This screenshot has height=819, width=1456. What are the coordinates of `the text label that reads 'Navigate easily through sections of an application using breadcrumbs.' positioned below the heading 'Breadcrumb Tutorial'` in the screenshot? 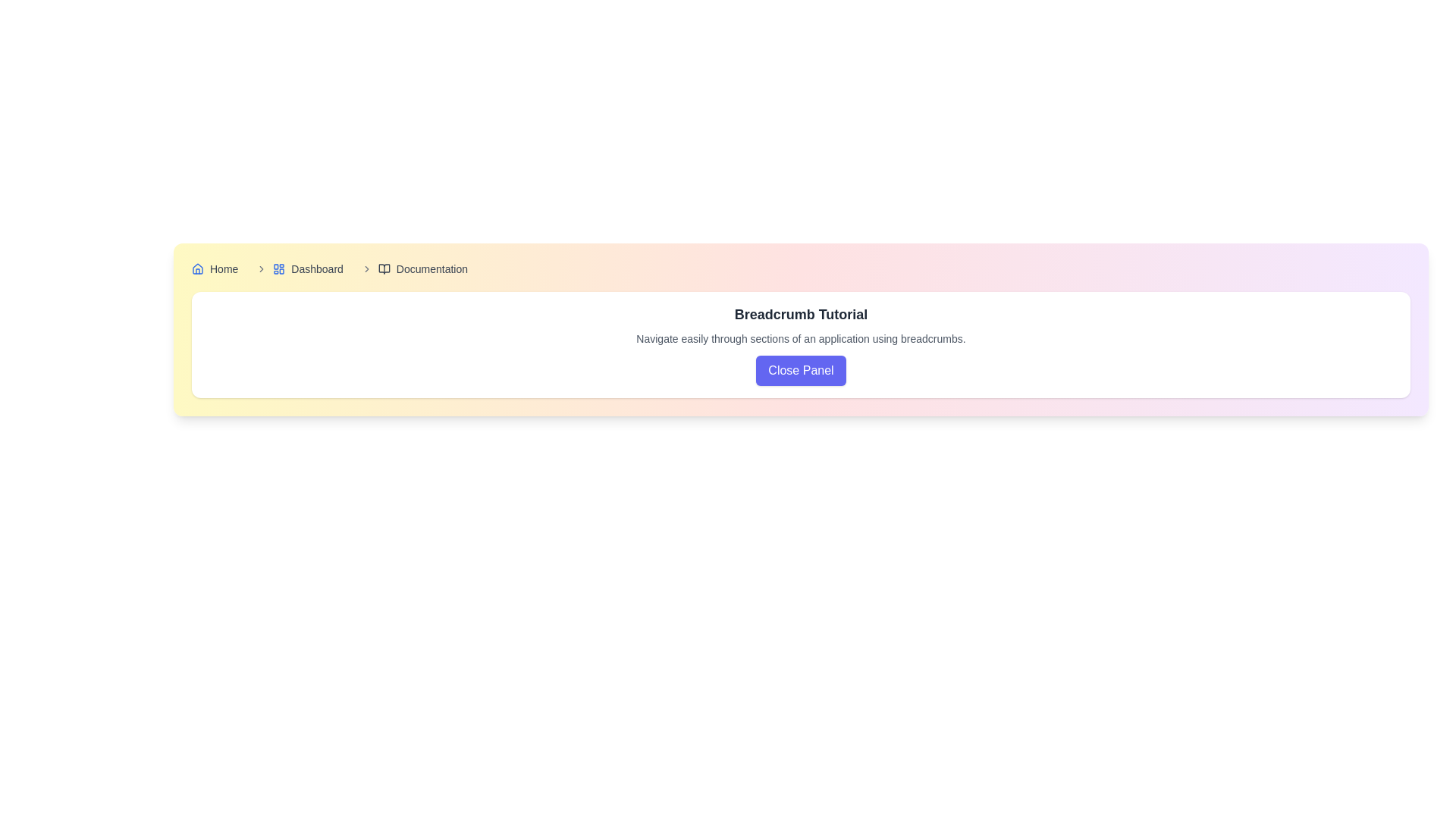 It's located at (800, 338).